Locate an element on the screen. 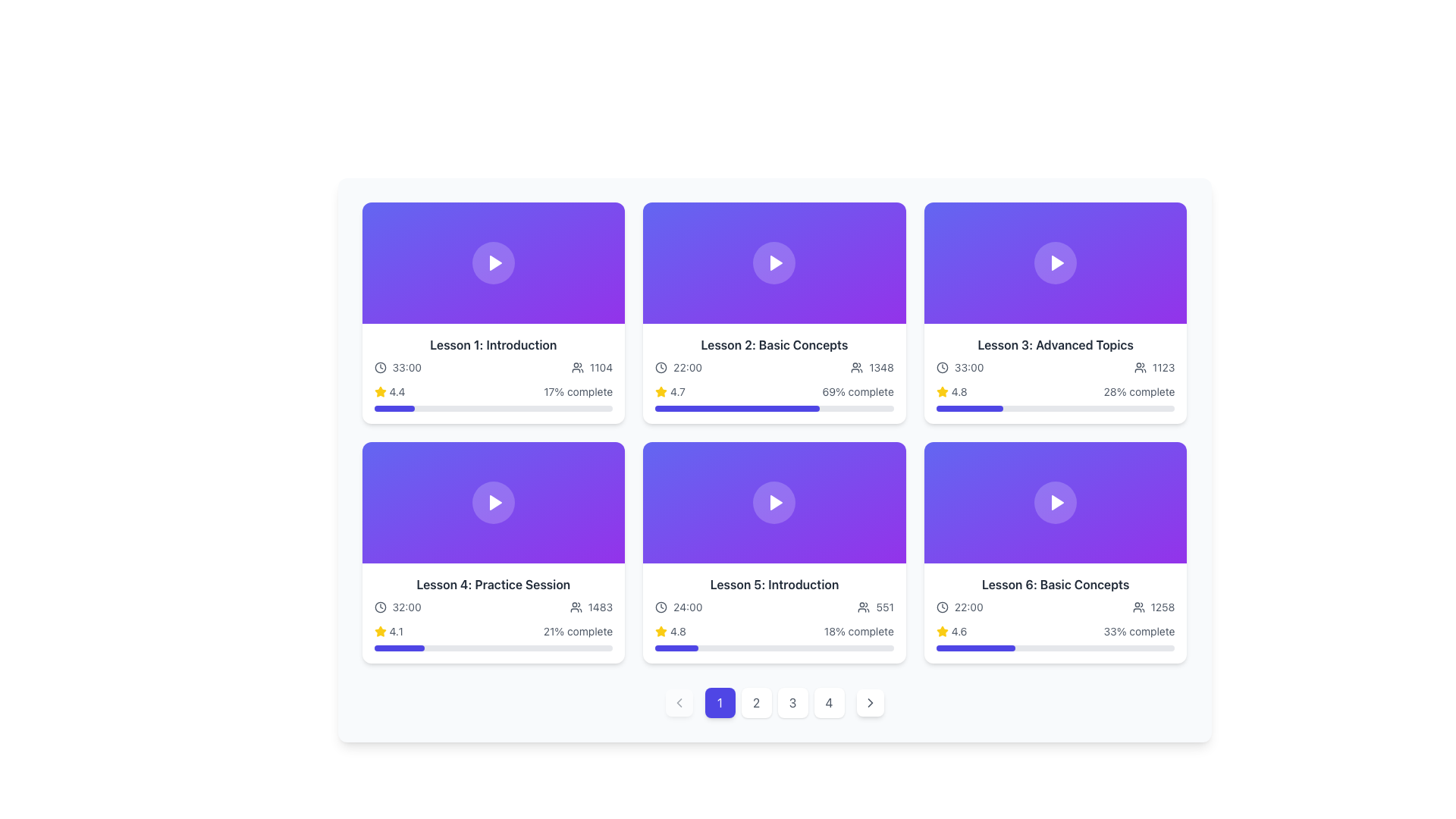 The width and height of the screenshot is (1456, 819). the progress bar of the top-left Information Card in the grid layout that provides lesson details such as title, duration, user count, rating, and completion percentage is located at coordinates (493, 374).